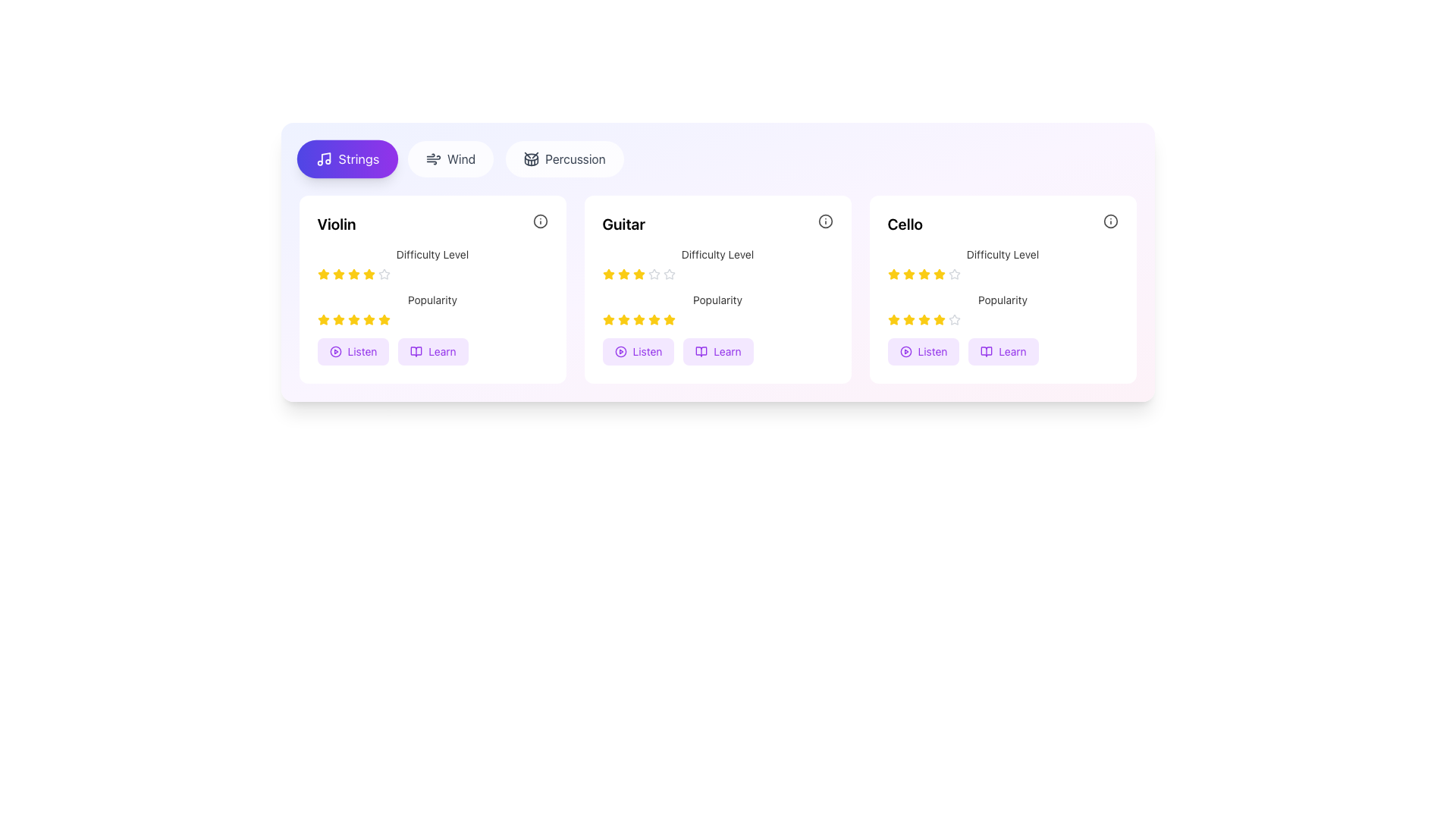 This screenshot has height=819, width=1456. Describe the element at coordinates (540, 221) in the screenshot. I see `the informational icon adjacent to the 'Violin' header` at that location.